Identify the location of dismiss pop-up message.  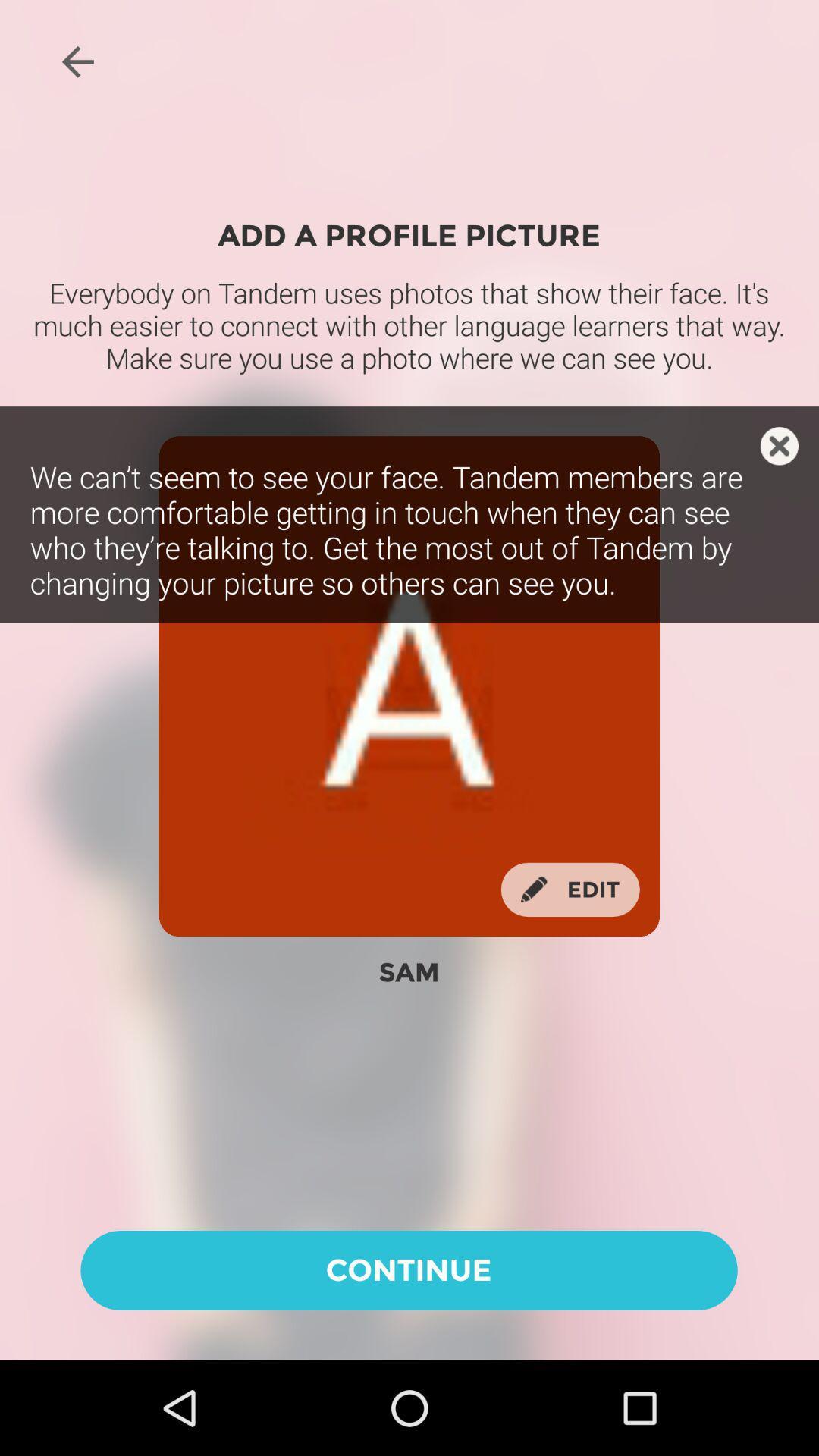
(779, 445).